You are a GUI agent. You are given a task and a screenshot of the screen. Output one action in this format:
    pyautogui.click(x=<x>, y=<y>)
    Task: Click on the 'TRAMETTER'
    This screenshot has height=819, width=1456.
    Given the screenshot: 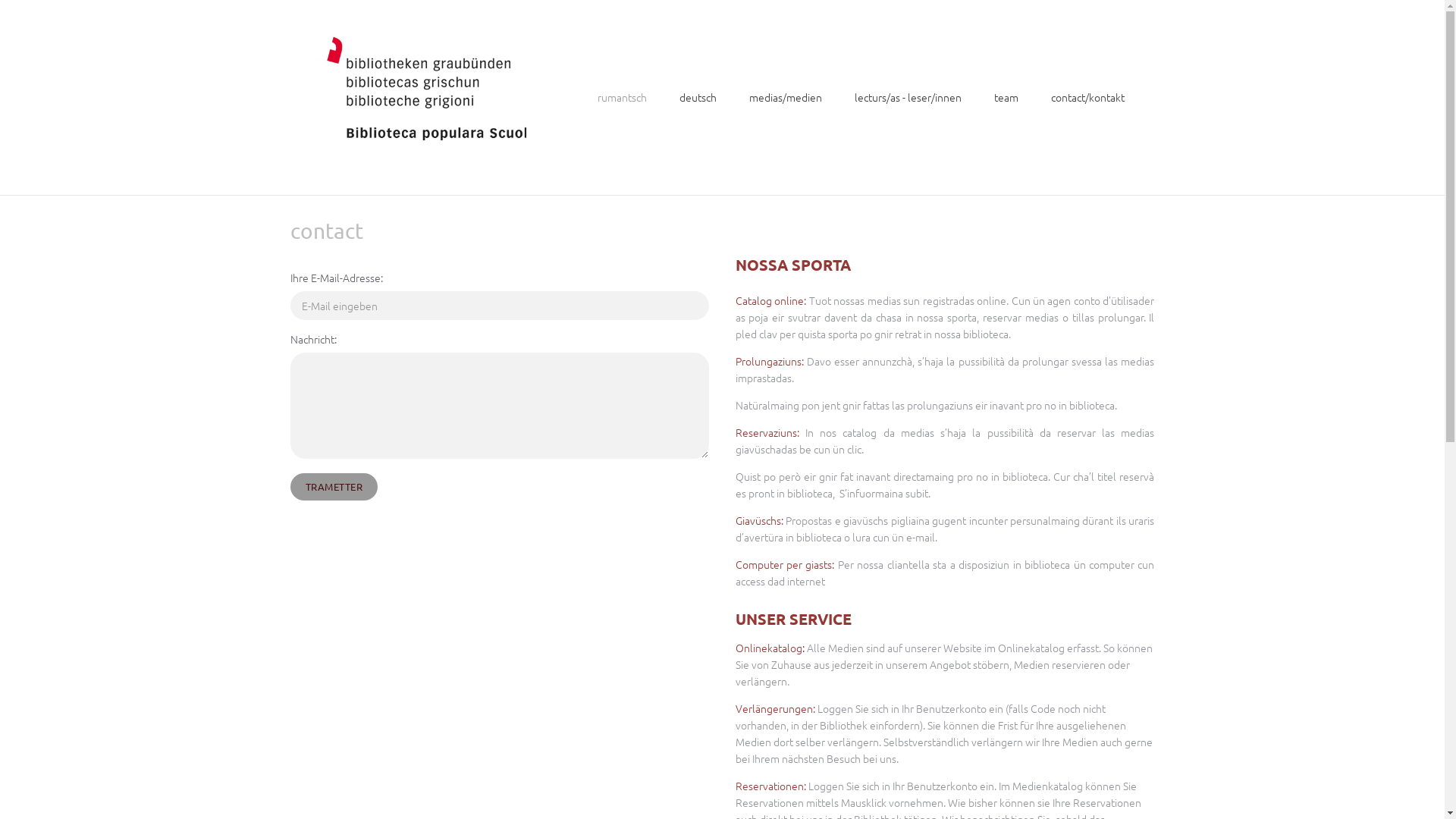 What is the action you would take?
    pyautogui.click(x=336, y=488)
    